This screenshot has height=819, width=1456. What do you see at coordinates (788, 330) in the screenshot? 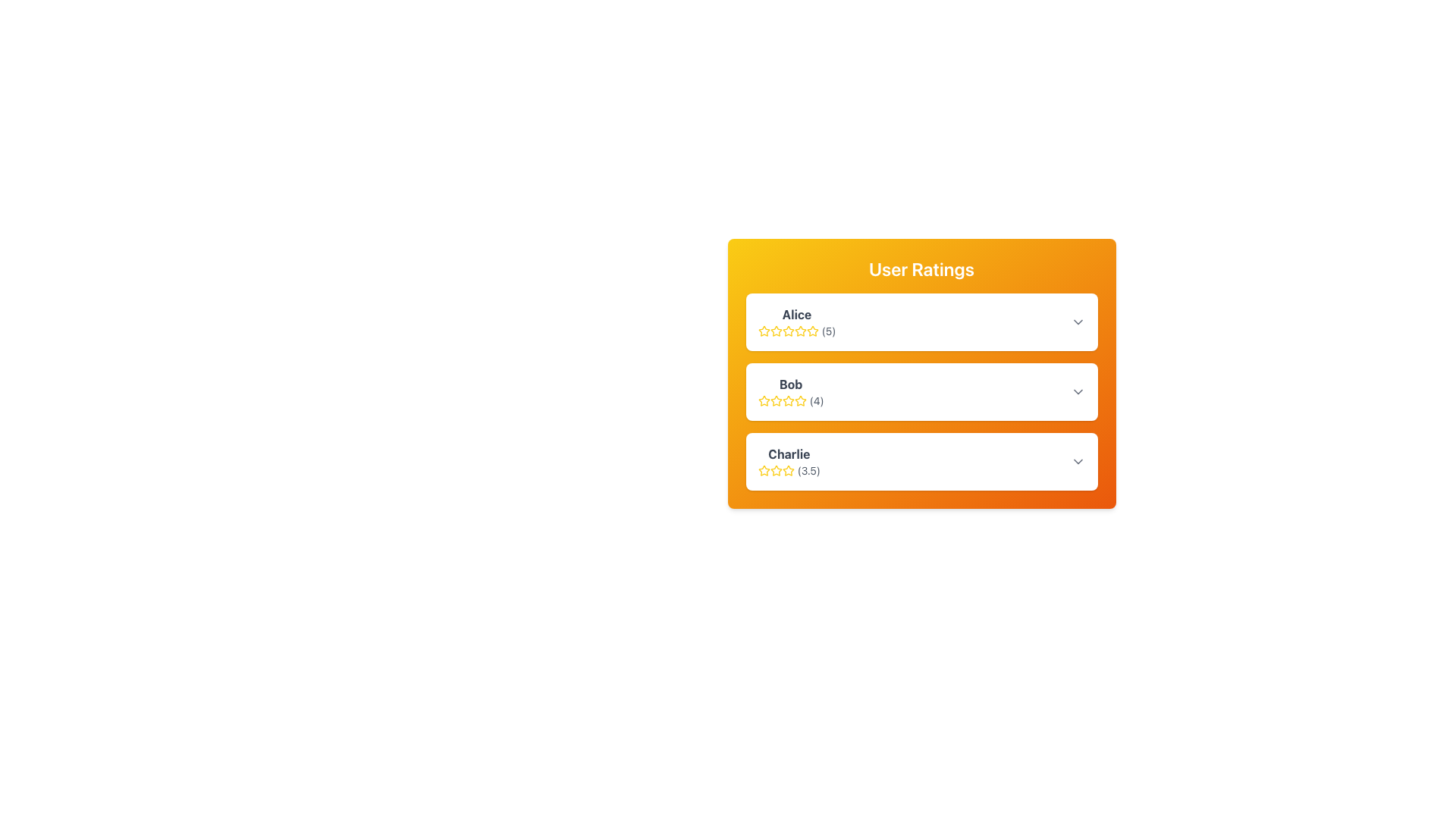
I see `the fourth star icon in the user ratings row labeled 'Alice', which serves as a visual indicator of a rating` at bounding box center [788, 330].